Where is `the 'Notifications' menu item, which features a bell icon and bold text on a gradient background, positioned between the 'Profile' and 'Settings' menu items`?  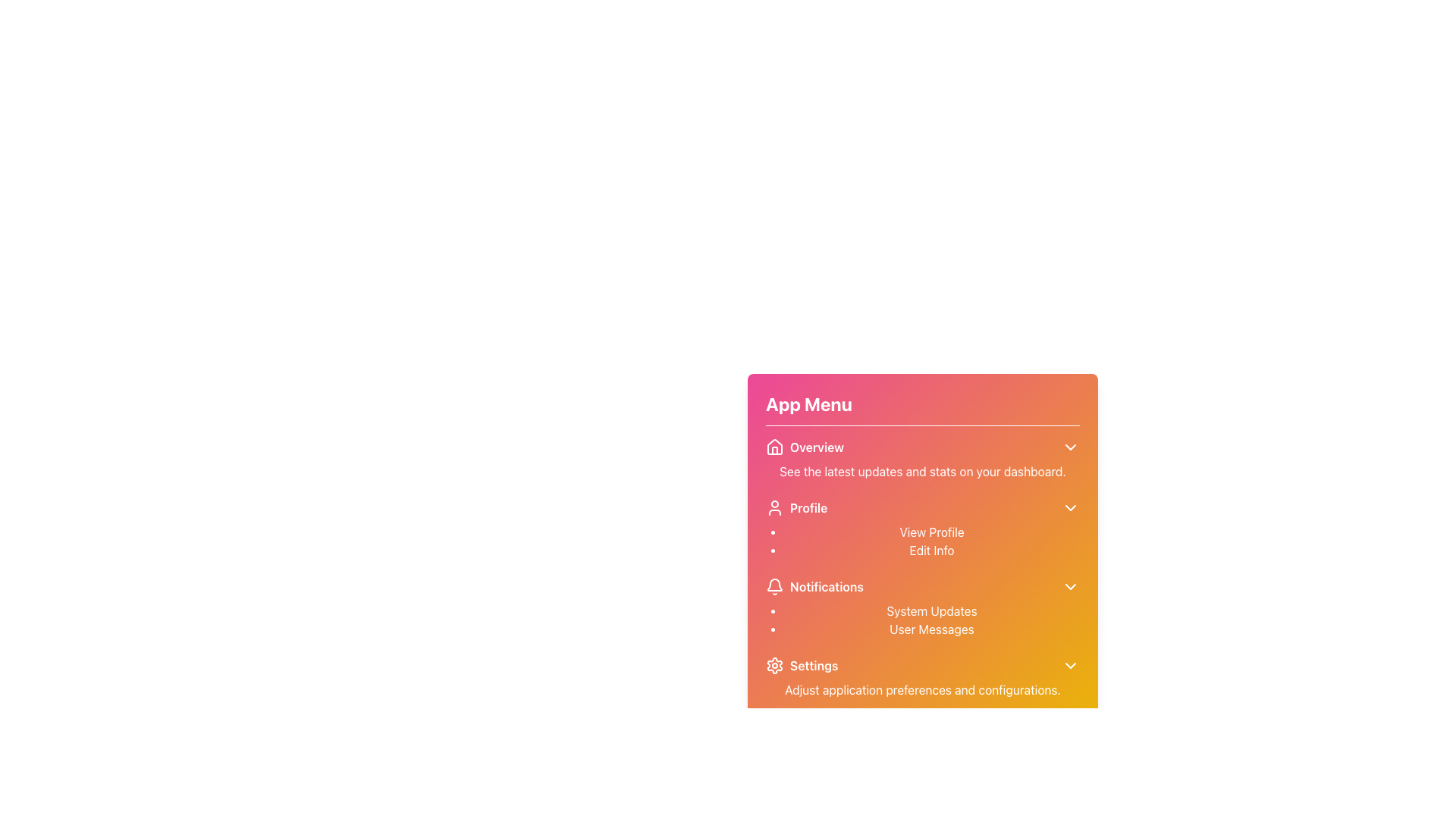
the 'Notifications' menu item, which features a bell icon and bold text on a gradient background, positioned between the 'Profile' and 'Settings' menu items is located at coordinates (814, 586).